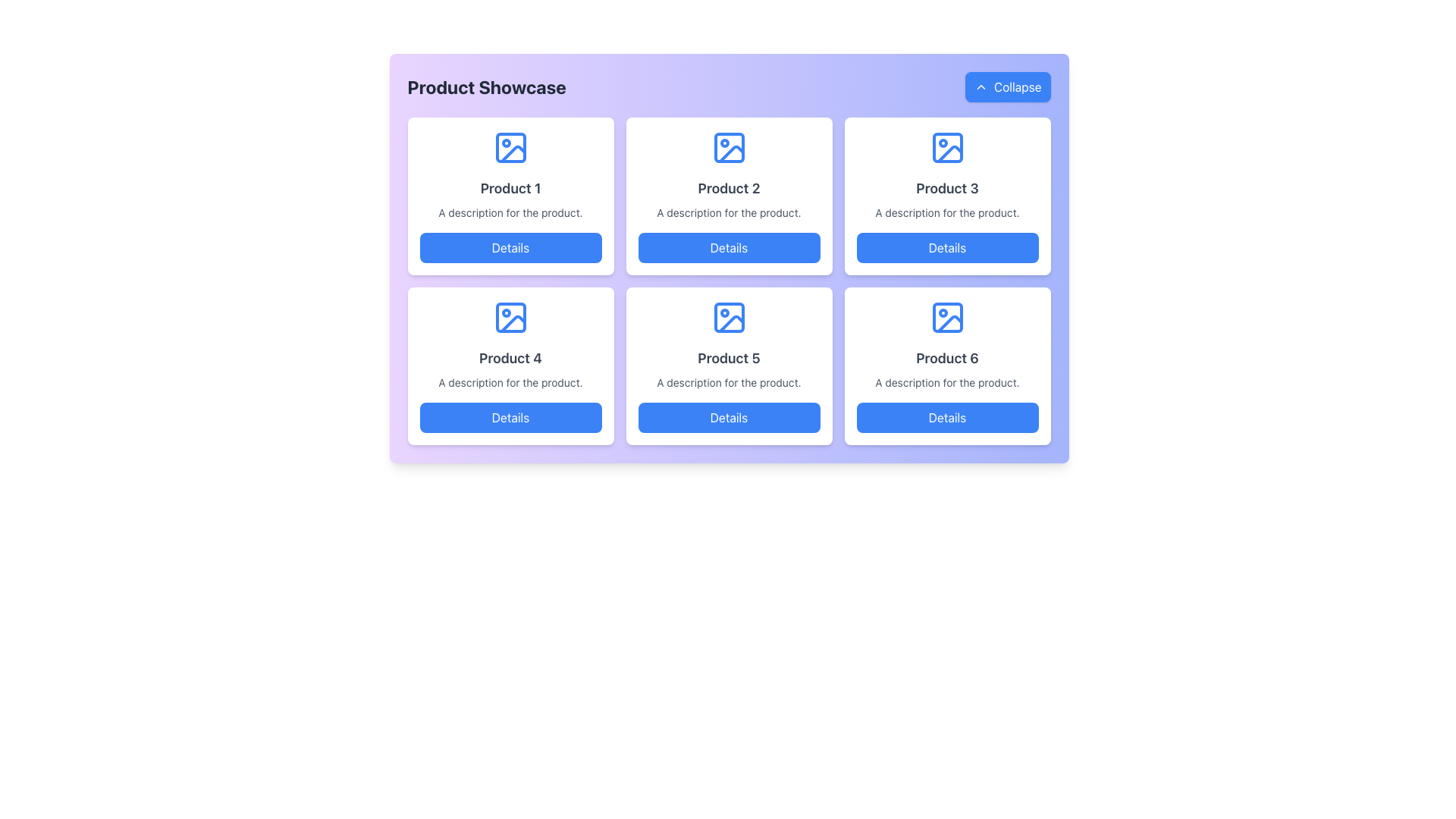  Describe the element at coordinates (510, 317) in the screenshot. I see `the icon representing an image in the 'Product 4' card, located above the title text 'Product 4'` at that location.